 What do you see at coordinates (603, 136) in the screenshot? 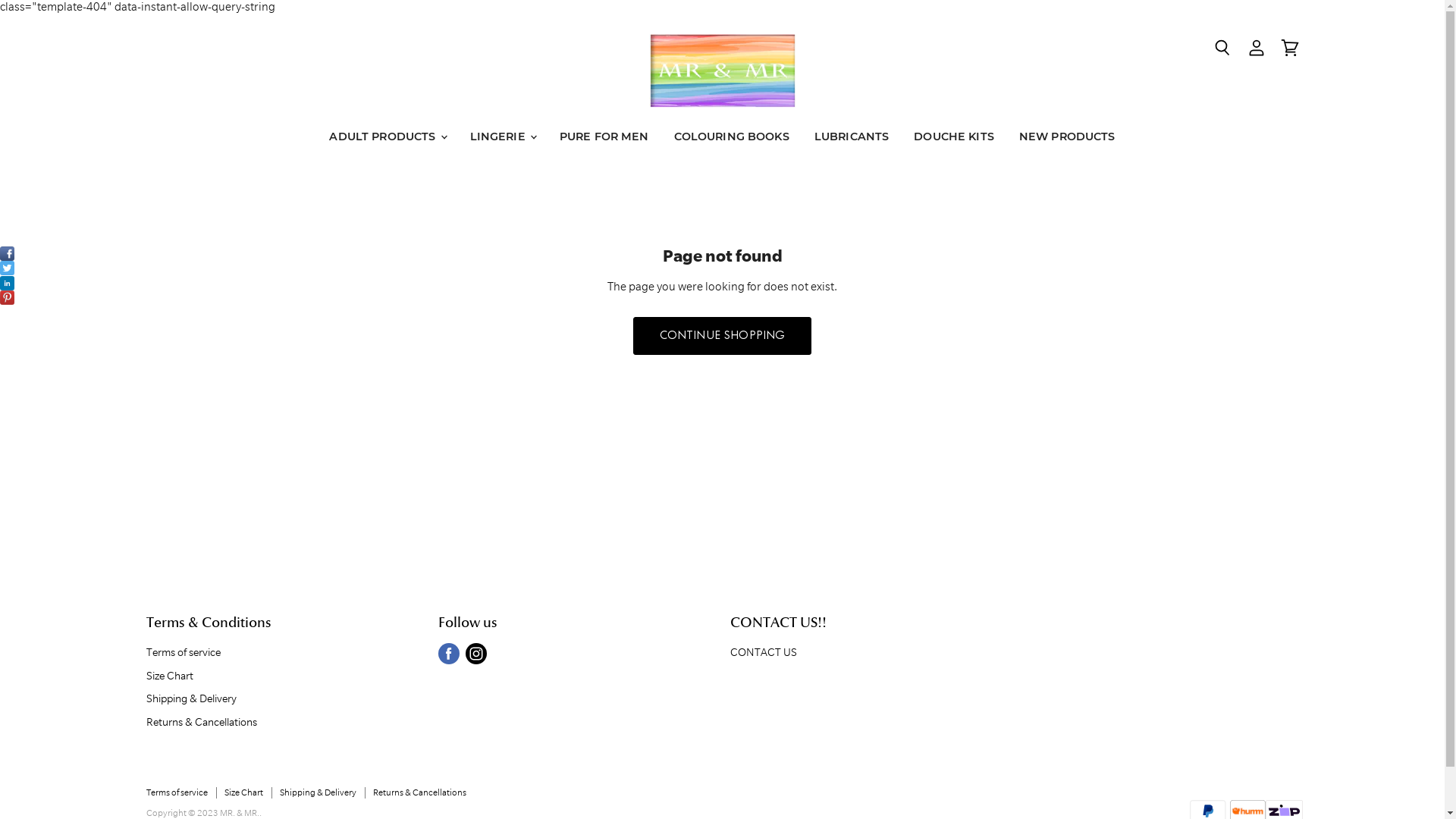
I see `'PURE FOR MEN'` at bounding box center [603, 136].